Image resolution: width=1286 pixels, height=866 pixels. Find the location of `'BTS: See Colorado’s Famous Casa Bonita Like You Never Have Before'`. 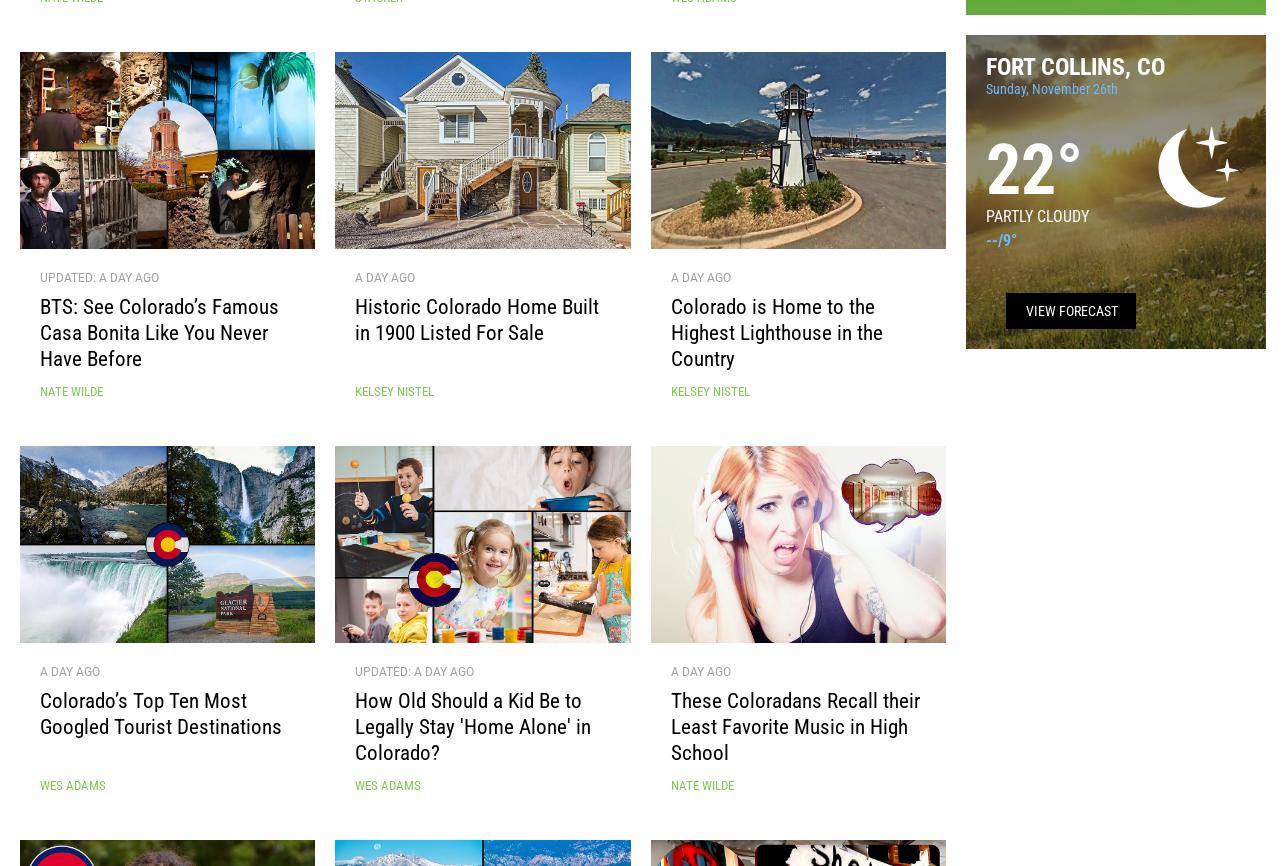

'BTS: See Colorado’s Famous Casa Bonita Like You Never Have Before' is located at coordinates (159, 340).